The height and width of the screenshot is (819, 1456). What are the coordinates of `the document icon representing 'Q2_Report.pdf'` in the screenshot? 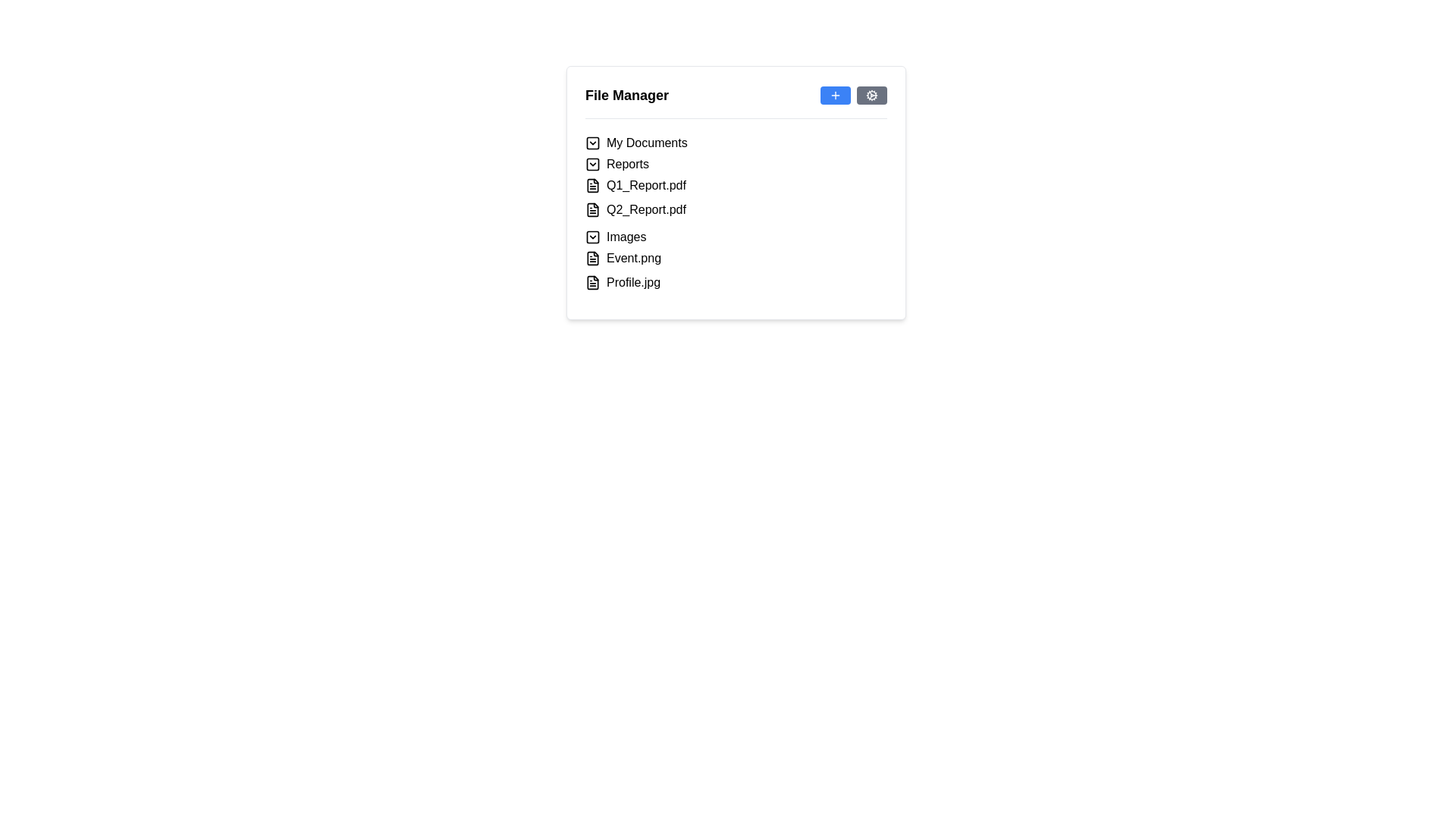 It's located at (592, 210).